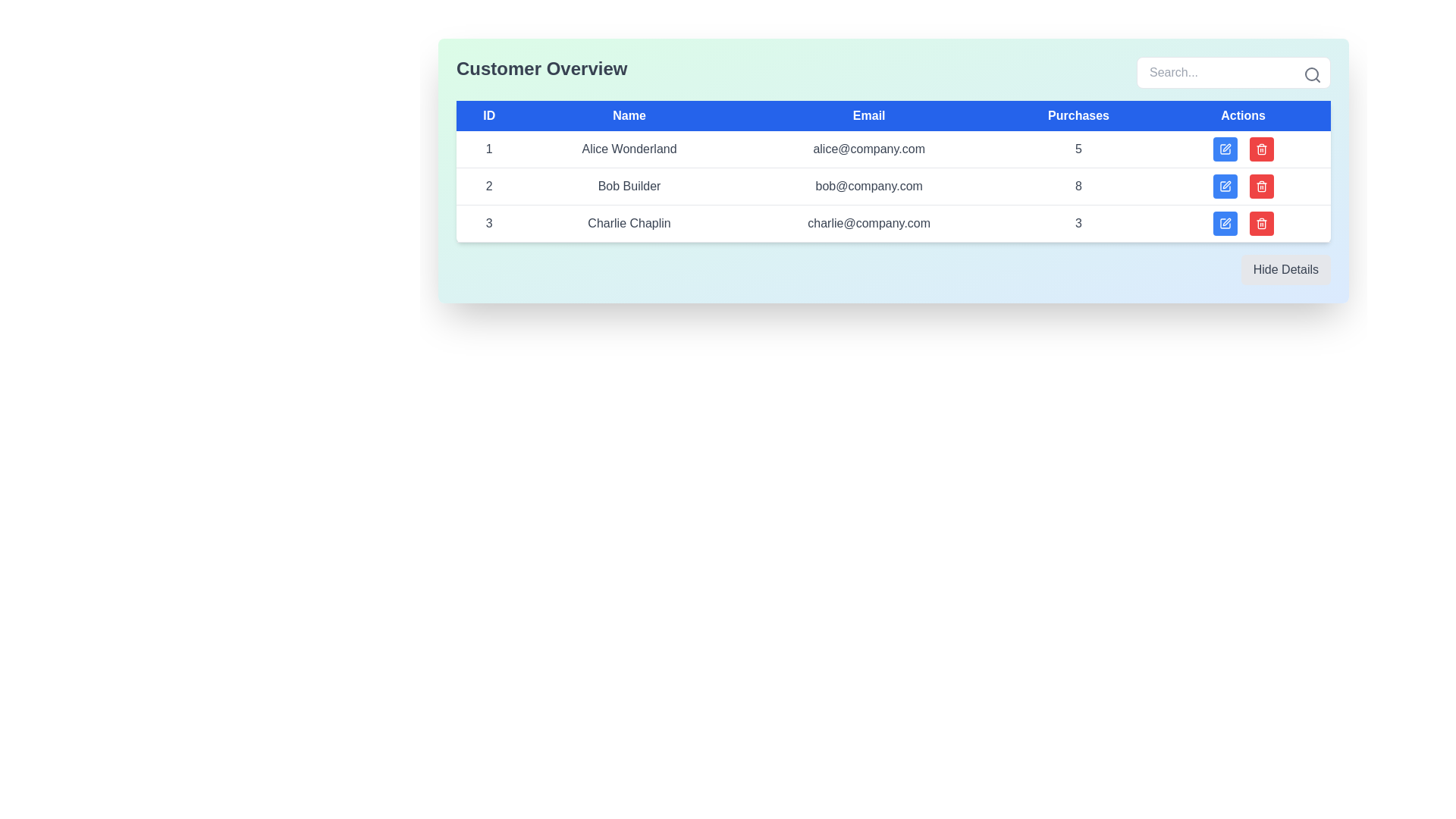 This screenshot has height=819, width=1456. I want to click on the 'Purchases' column header, which is a rectangular button-like text area displaying the word 'Purchases' in white on a blue background, to sort the data, so click(1078, 115).